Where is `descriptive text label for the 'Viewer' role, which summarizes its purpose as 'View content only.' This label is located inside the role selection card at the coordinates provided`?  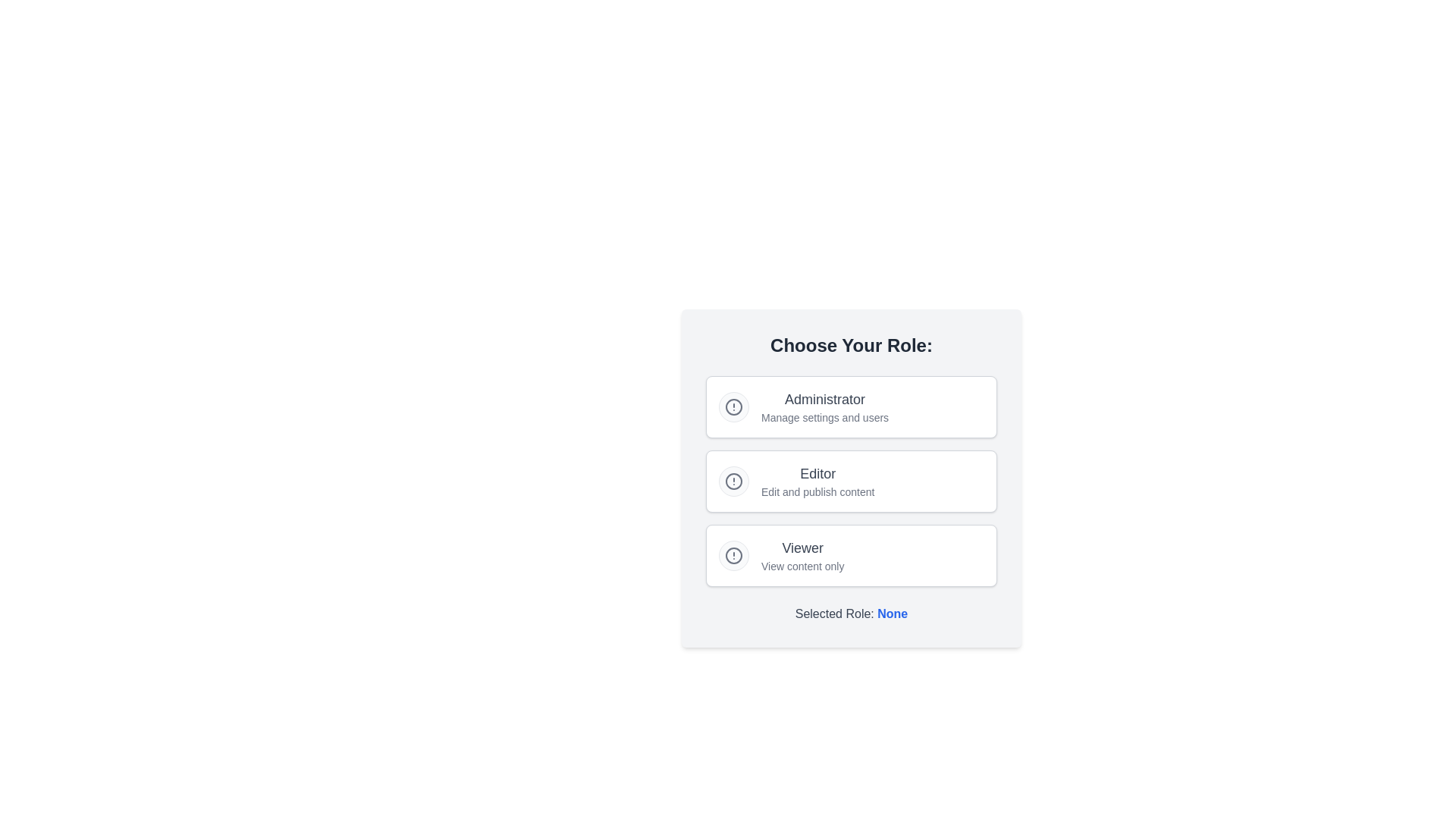
descriptive text label for the 'Viewer' role, which summarizes its purpose as 'View content only.' This label is located inside the role selection card at the coordinates provided is located at coordinates (802, 555).